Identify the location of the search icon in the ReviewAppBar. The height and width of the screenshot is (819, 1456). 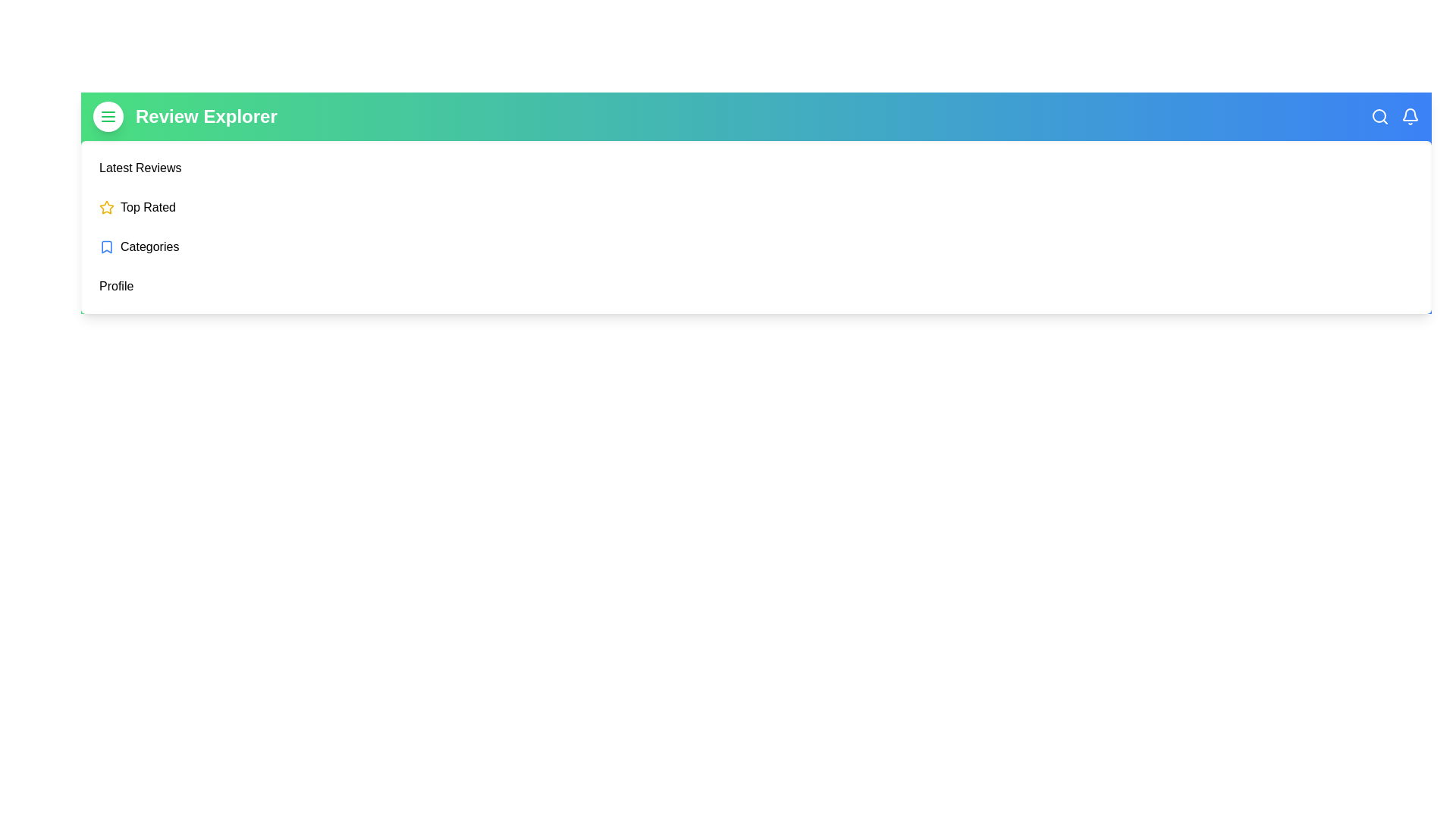
(1379, 116).